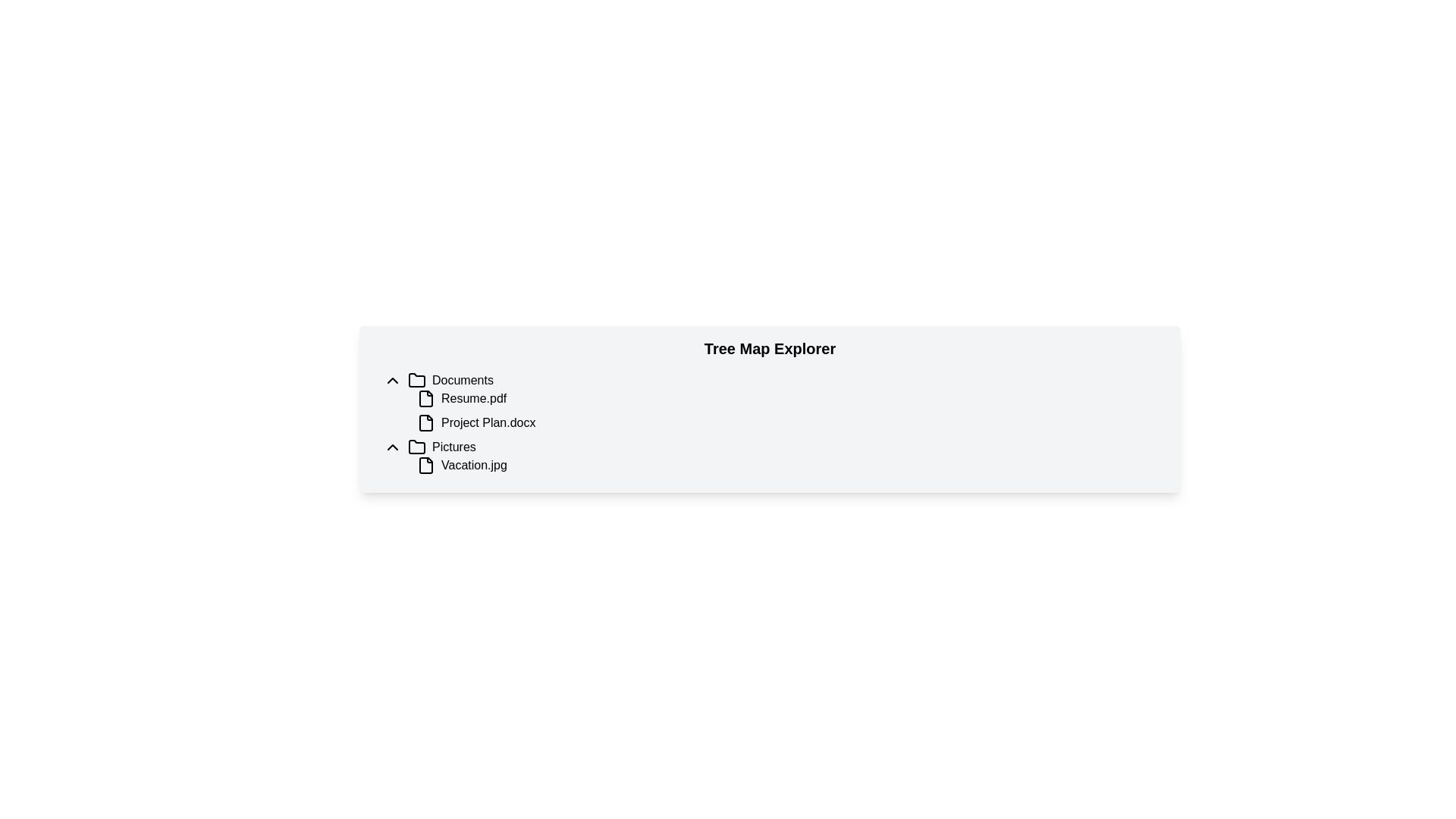 Image resolution: width=1456 pixels, height=819 pixels. What do you see at coordinates (425, 397) in the screenshot?
I see `the document file icon, which is a small icon with a rectangular outline filled with white and bordered in black, located before the label 'Resume.pdf'` at bounding box center [425, 397].